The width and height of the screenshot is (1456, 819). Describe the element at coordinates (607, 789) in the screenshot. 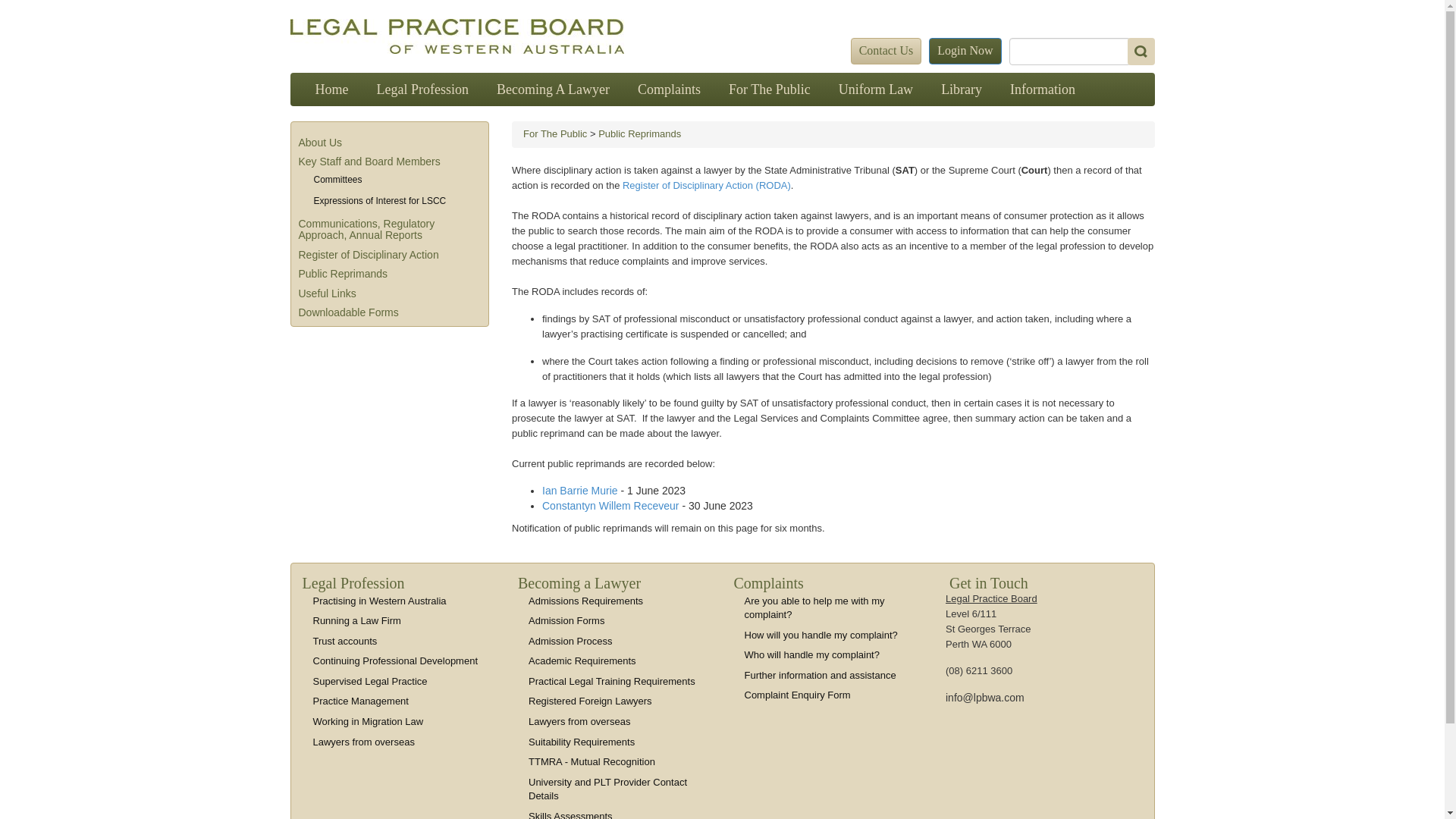

I see `'University and PLT Provider Contact Details'` at that location.